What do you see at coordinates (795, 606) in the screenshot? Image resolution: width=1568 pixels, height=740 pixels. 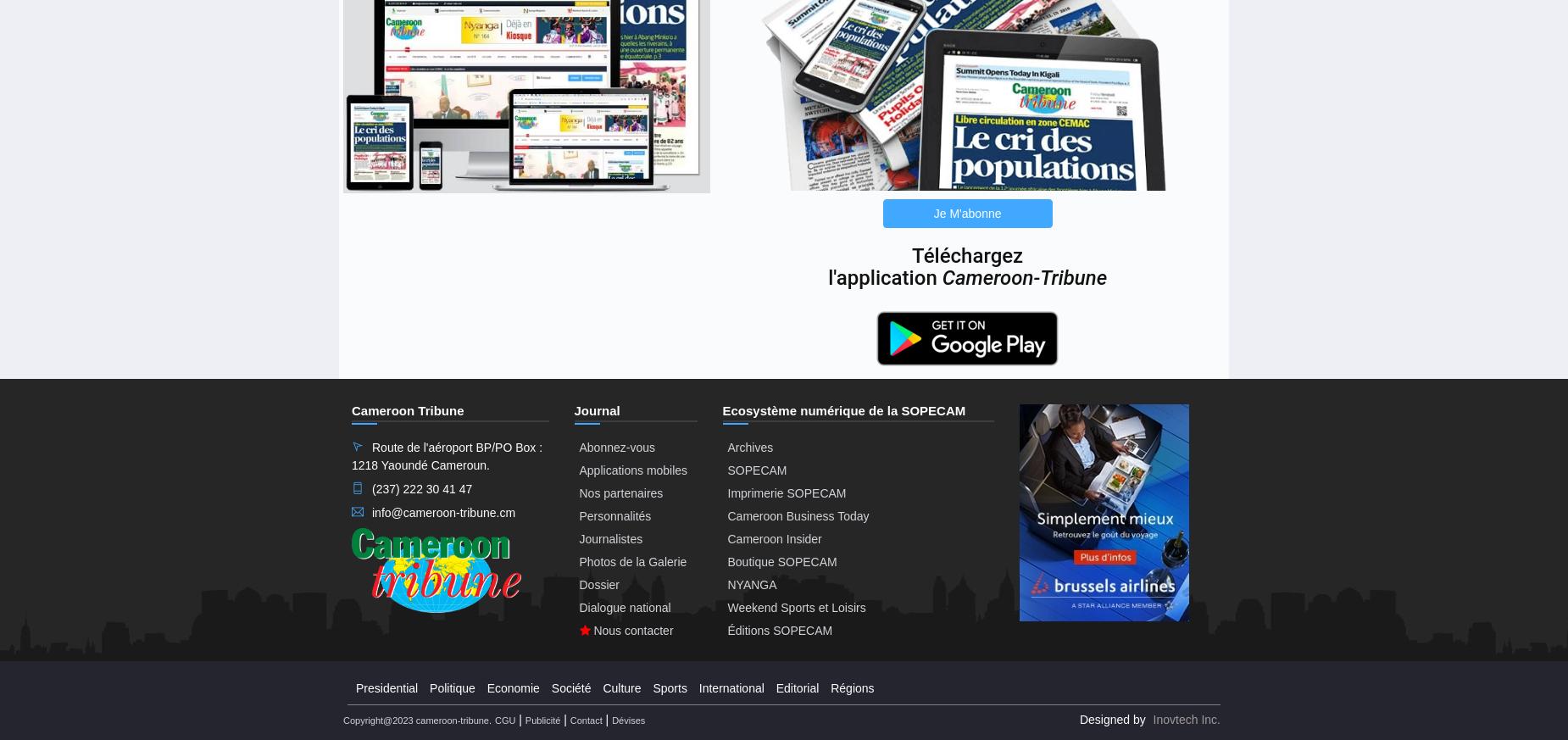 I see `'Weekend Sports et Loisirs'` at bounding box center [795, 606].